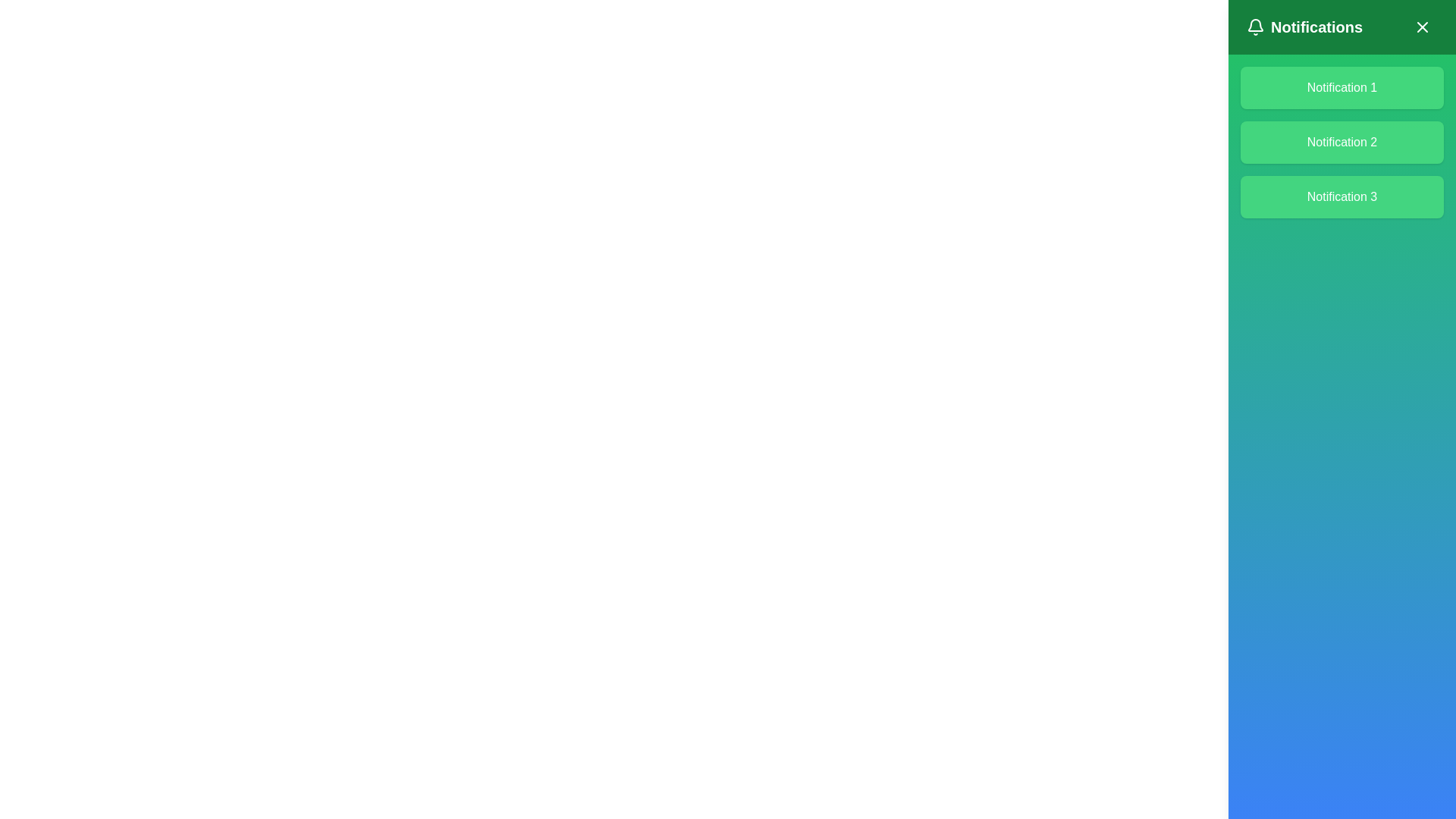  Describe the element at coordinates (1422, 27) in the screenshot. I see `the diagonal line forming part of the close ('X') icon located at the top right corner of the notification panel` at that location.